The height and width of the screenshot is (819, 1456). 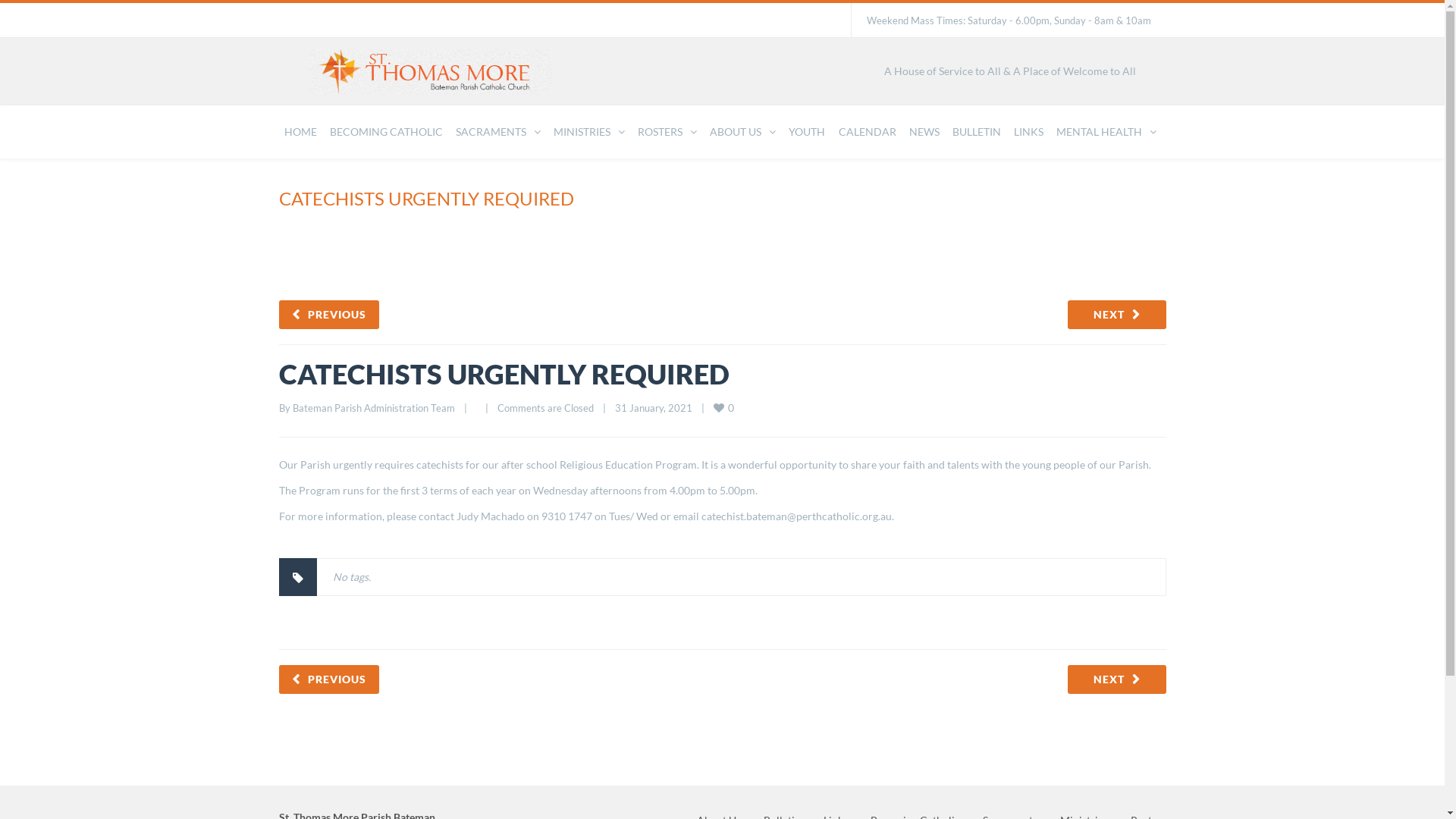 What do you see at coordinates (1066, 678) in the screenshot?
I see `'NEXT'` at bounding box center [1066, 678].